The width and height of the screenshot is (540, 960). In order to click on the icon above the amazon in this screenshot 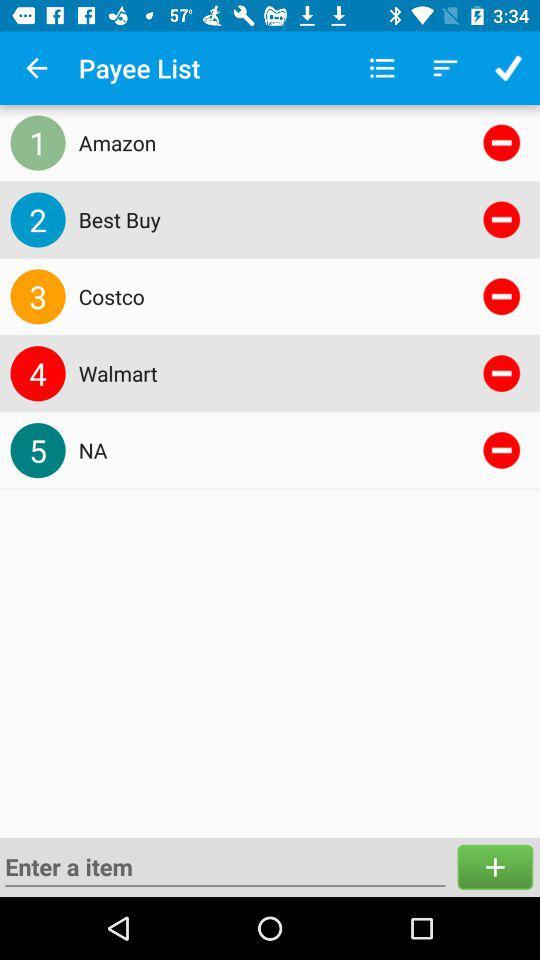, I will do `click(382, 68)`.